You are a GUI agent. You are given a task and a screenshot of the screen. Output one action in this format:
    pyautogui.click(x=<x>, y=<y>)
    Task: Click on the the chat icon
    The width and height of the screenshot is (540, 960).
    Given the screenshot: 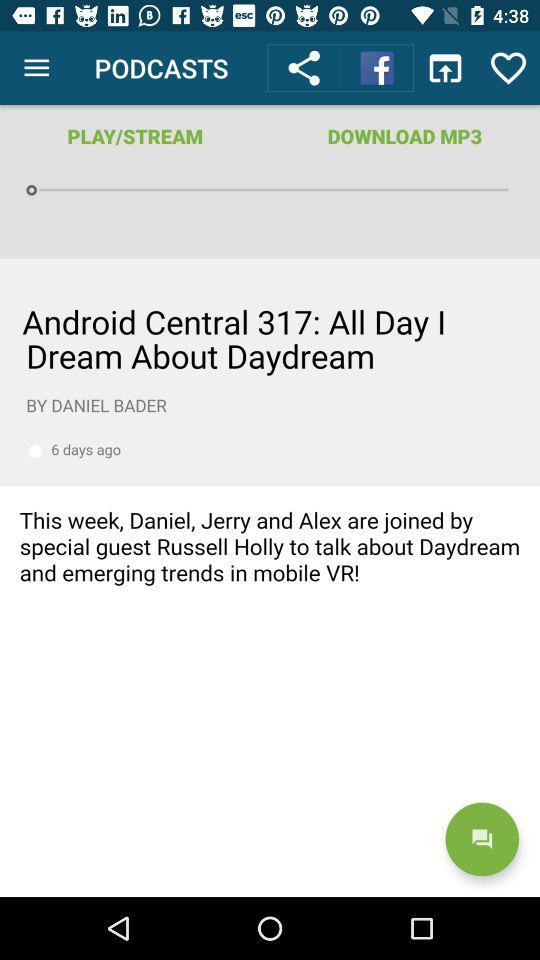 What is the action you would take?
    pyautogui.click(x=481, y=839)
    